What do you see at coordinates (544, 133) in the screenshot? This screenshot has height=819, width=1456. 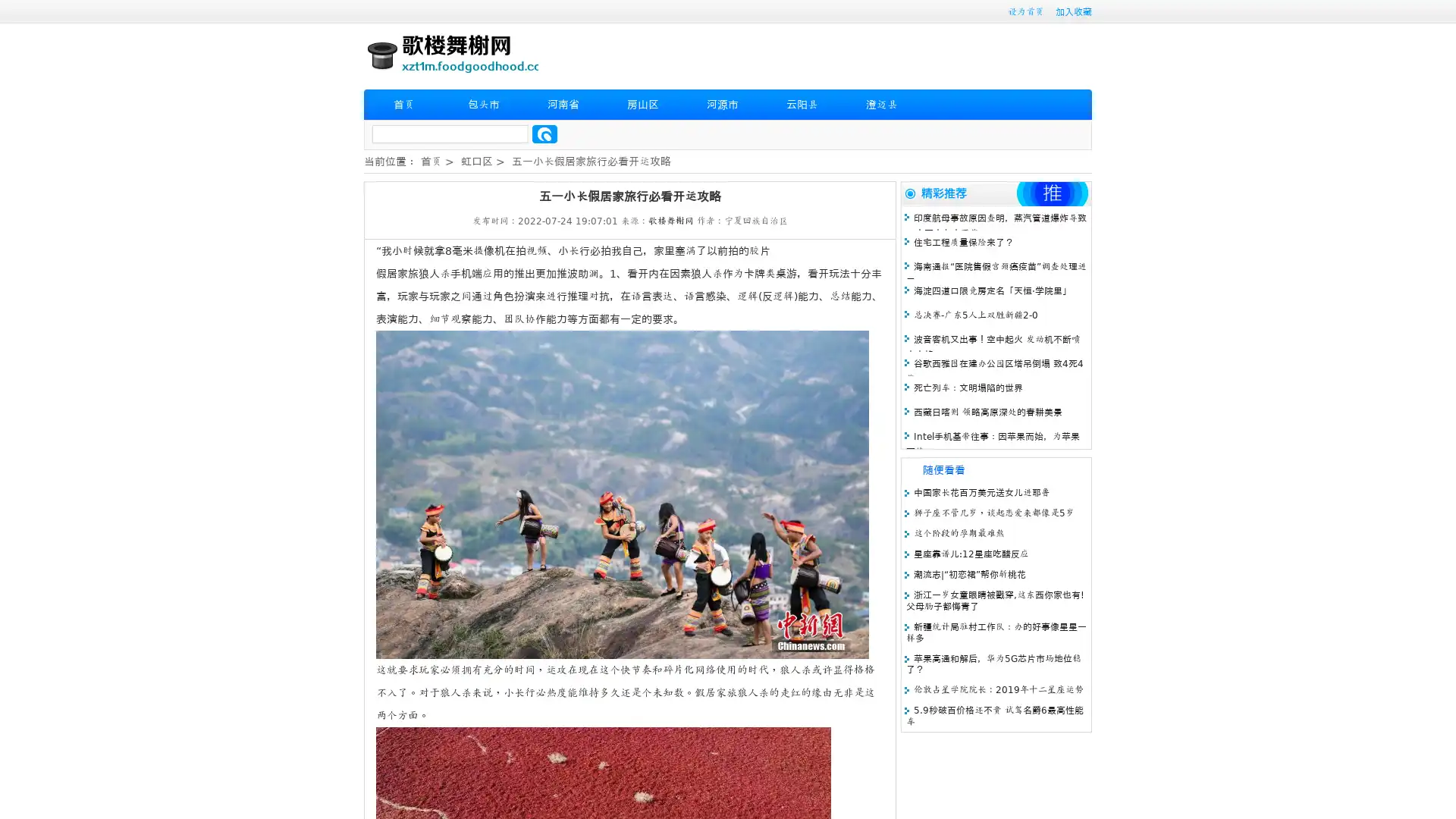 I see `Search` at bounding box center [544, 133].